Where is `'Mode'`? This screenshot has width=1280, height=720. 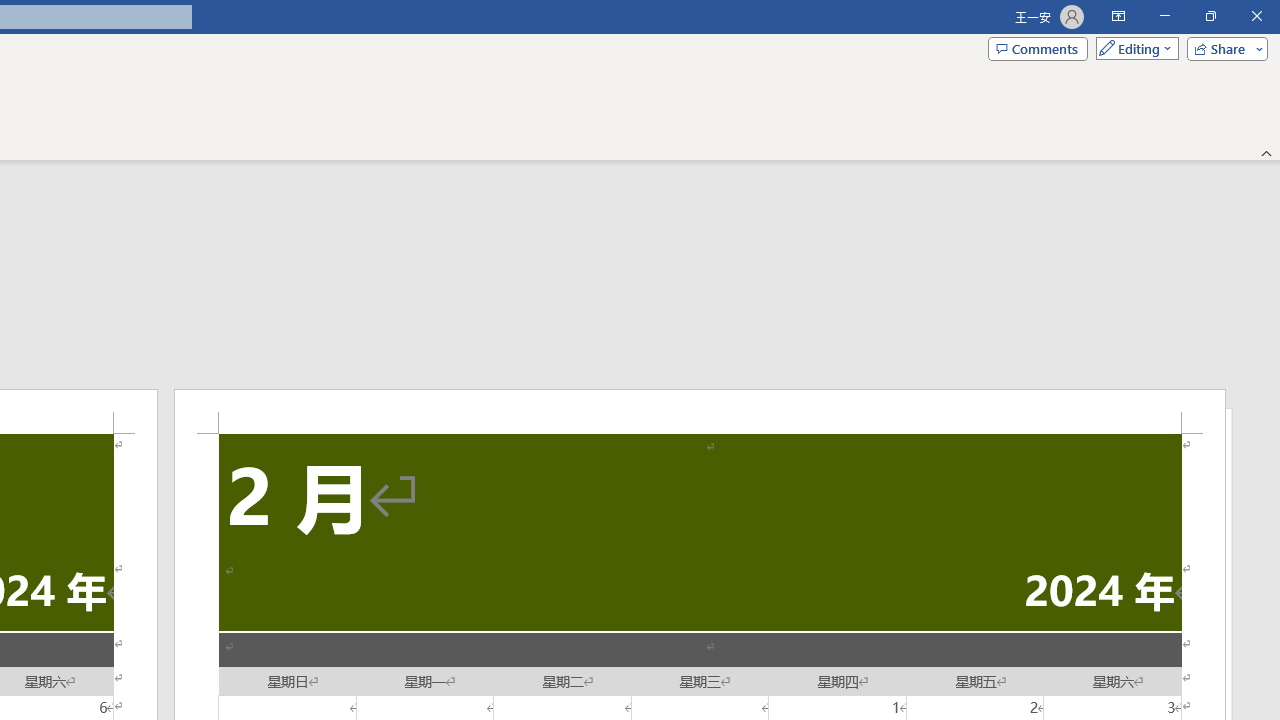 'Mode' is located at coordinates (1133, 47).